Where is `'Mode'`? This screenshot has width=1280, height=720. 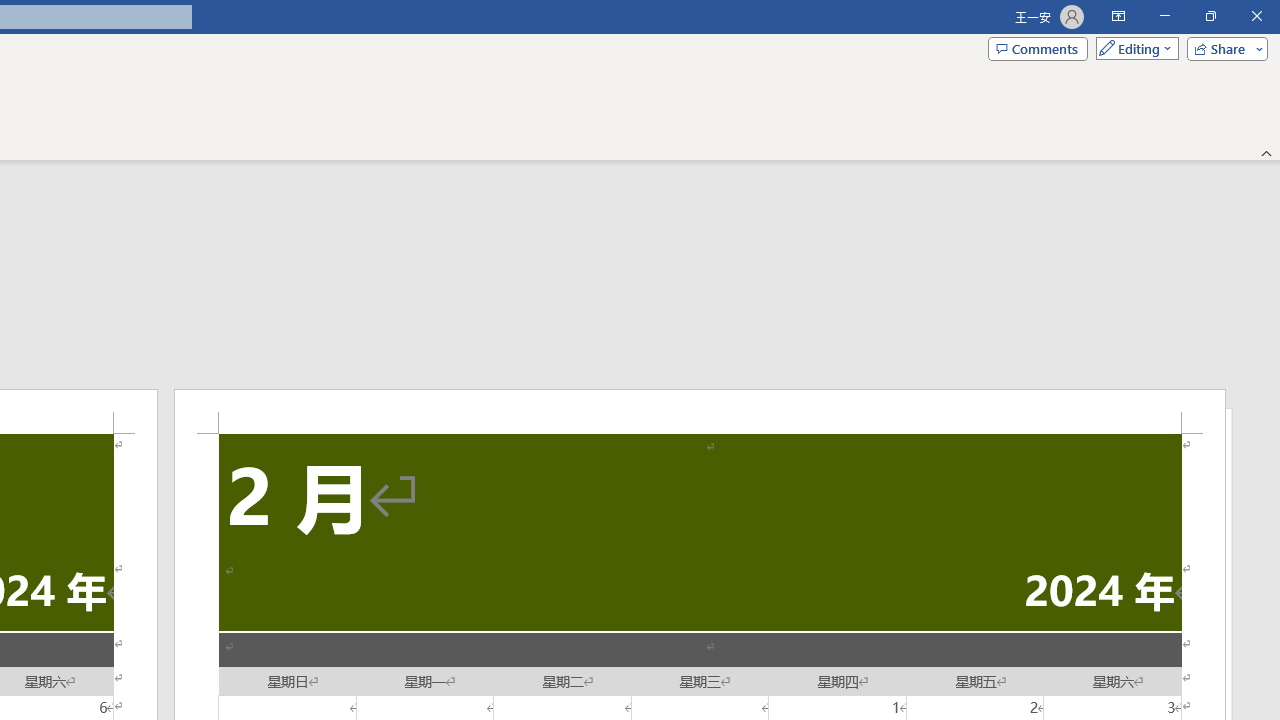 'Mode' is located at coordinates (1133, 47).